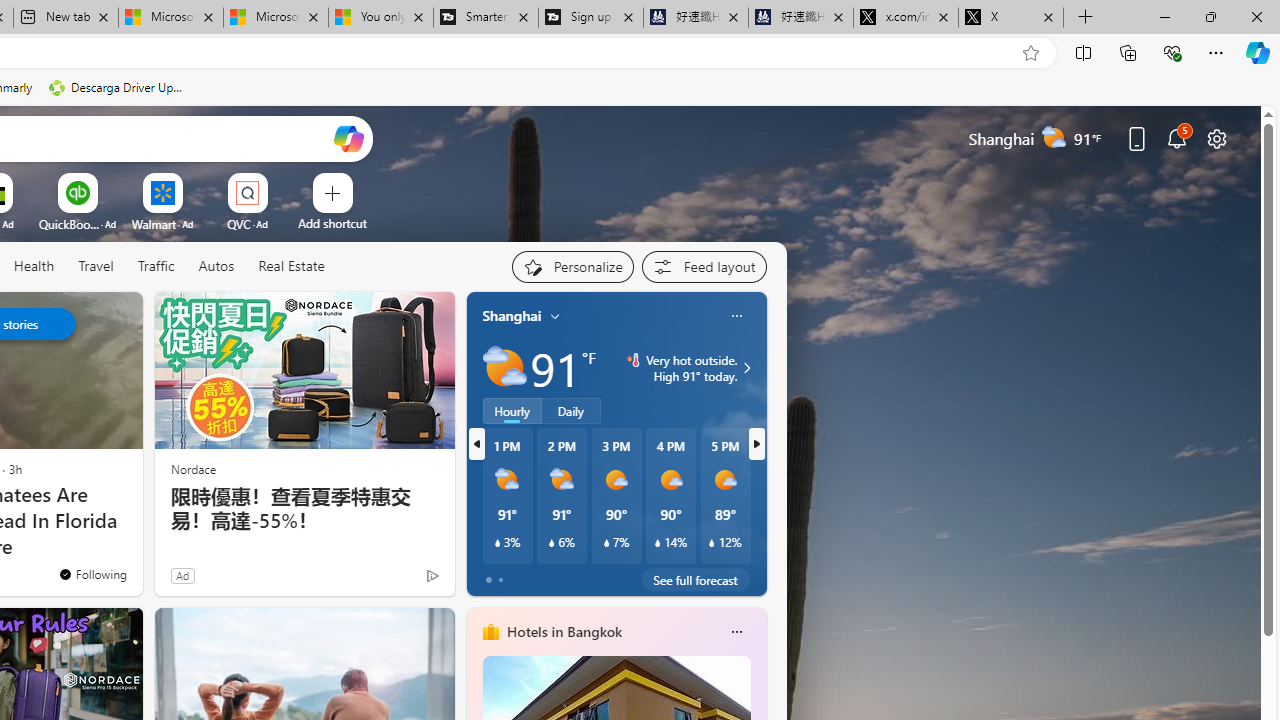 This screenshot has width=1280, height=720. What do you see at coordinates (290, 265) in the screenshot?
I see `'Real Estate'` at bounding box center [290, 265].